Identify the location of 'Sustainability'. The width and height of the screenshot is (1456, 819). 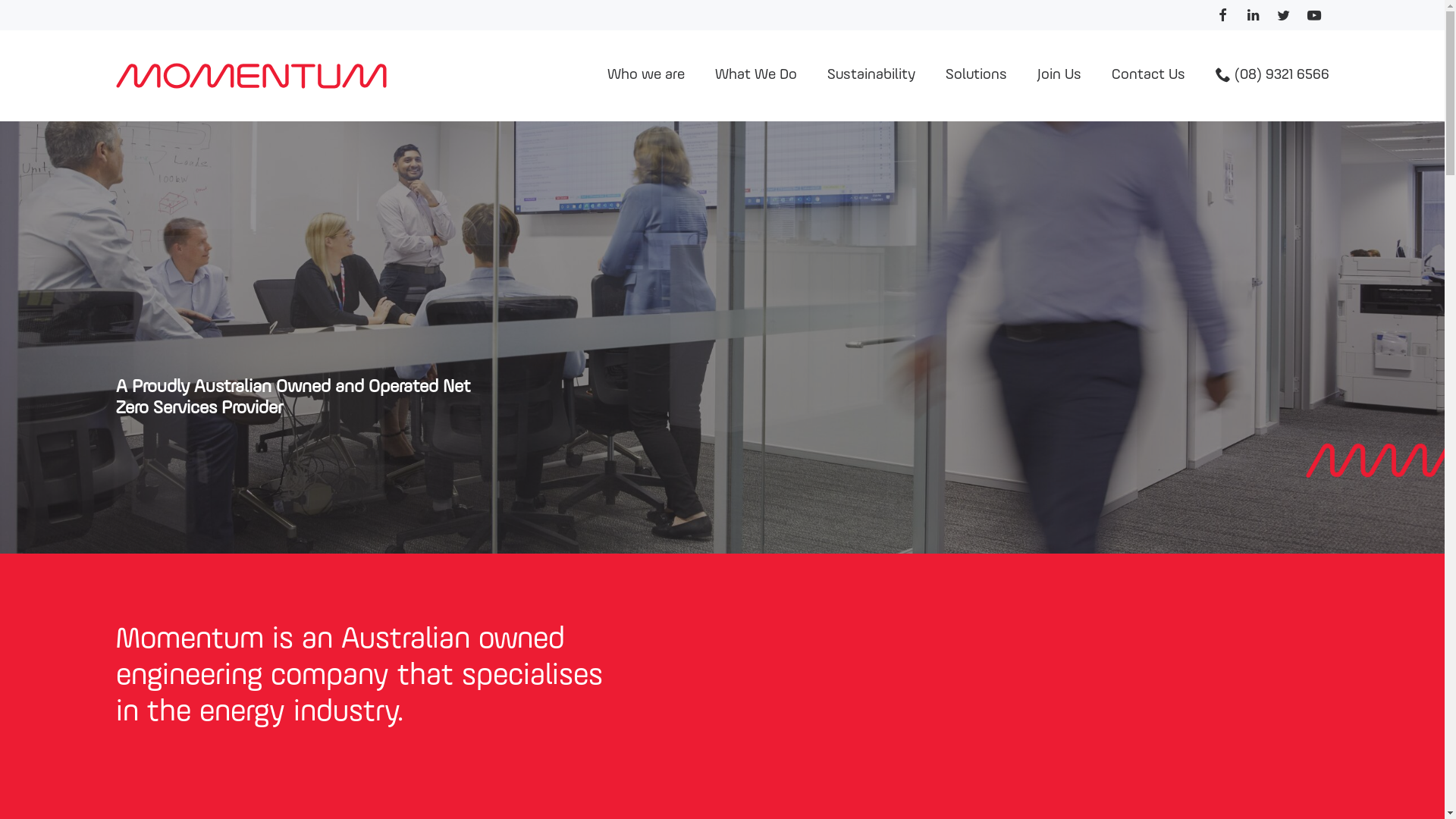
(811, 76).